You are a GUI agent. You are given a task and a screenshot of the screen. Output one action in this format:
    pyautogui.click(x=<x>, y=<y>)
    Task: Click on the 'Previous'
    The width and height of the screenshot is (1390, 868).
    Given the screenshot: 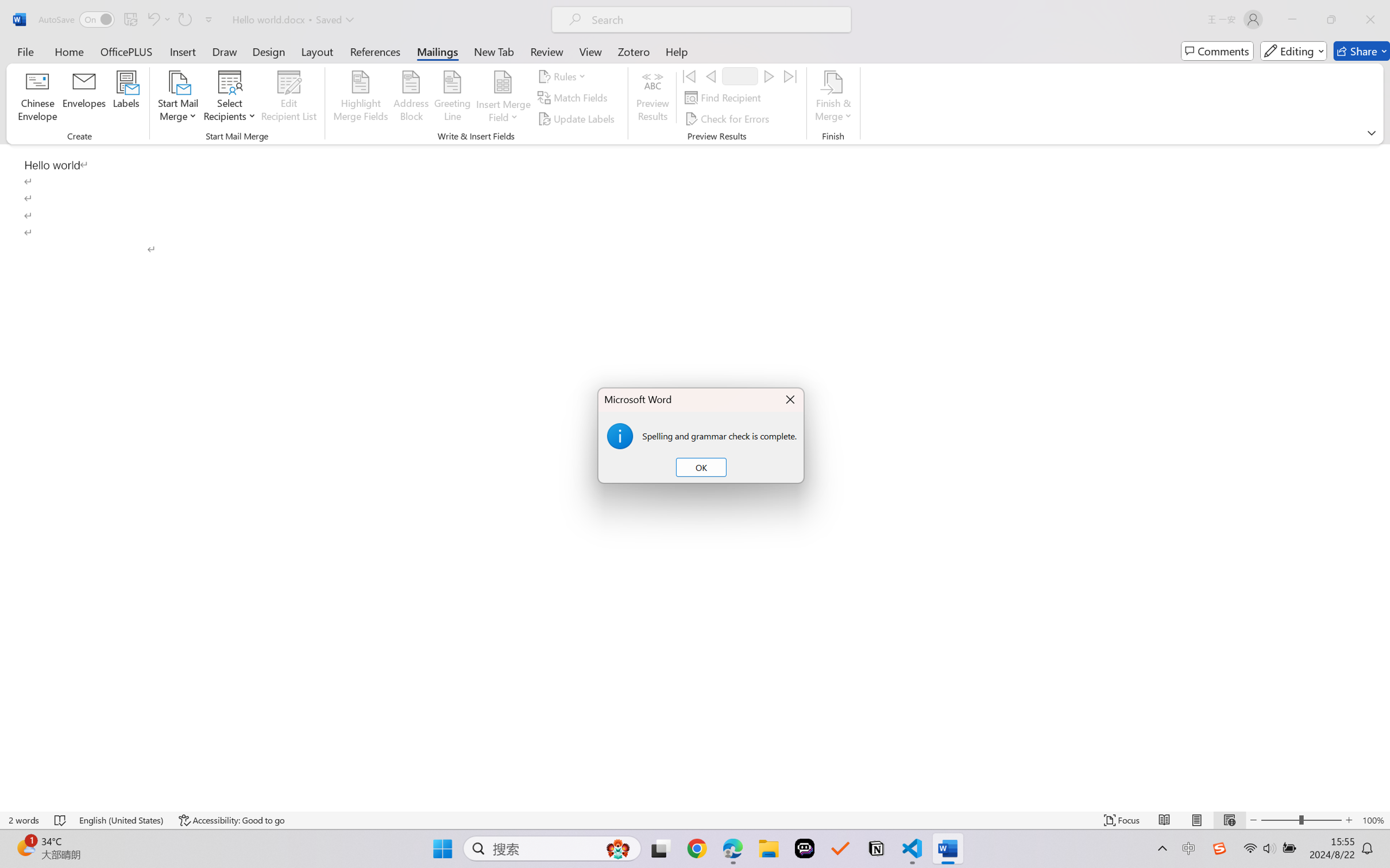 What is the action you would take?
    pyautogui.click(x=710, y=75)
    